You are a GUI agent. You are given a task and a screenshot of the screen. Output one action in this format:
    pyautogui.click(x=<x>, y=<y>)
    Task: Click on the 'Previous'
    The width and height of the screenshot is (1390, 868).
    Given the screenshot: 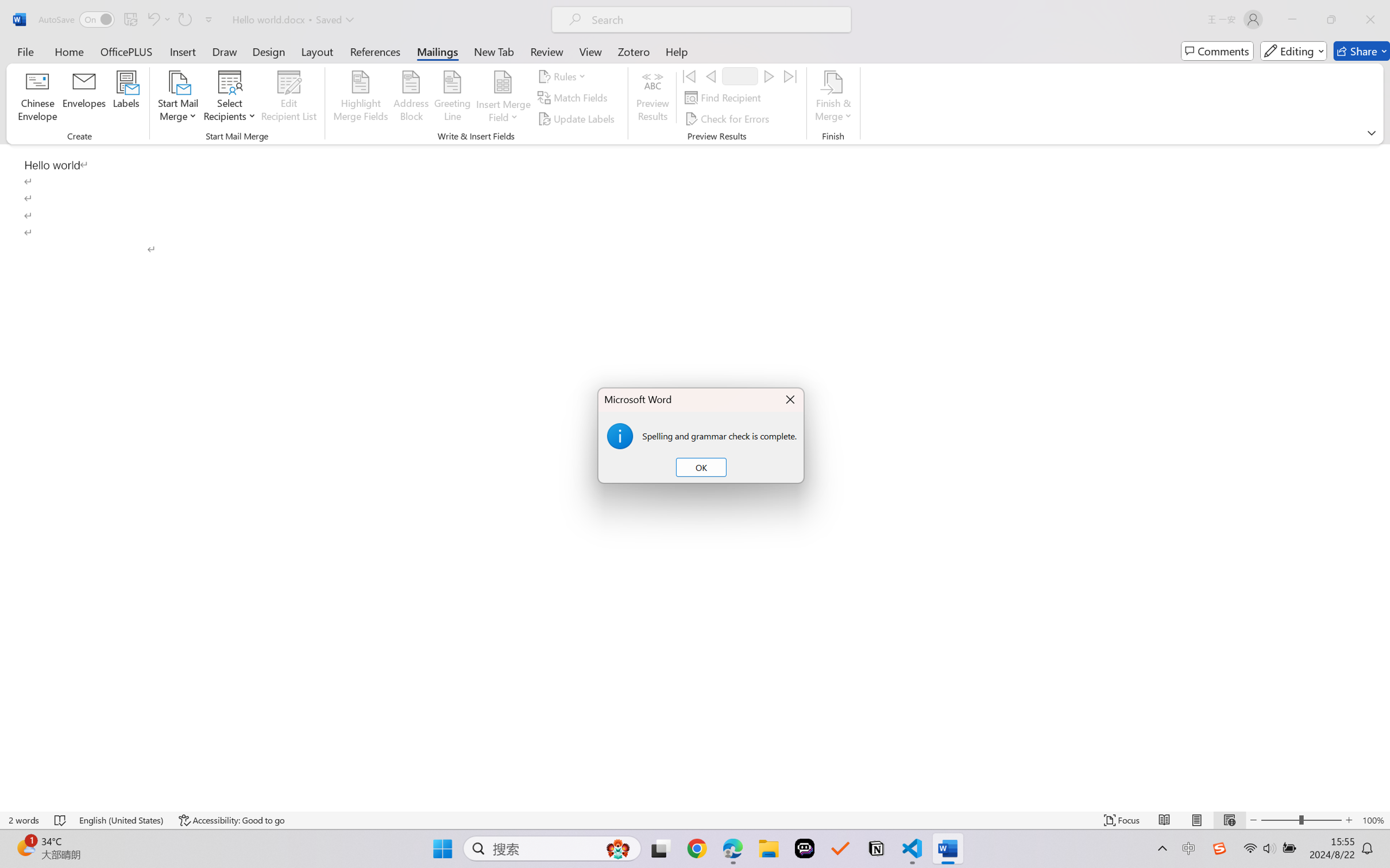 What is the action you would take?
    pyautogui.click(x=710, y=75)
    